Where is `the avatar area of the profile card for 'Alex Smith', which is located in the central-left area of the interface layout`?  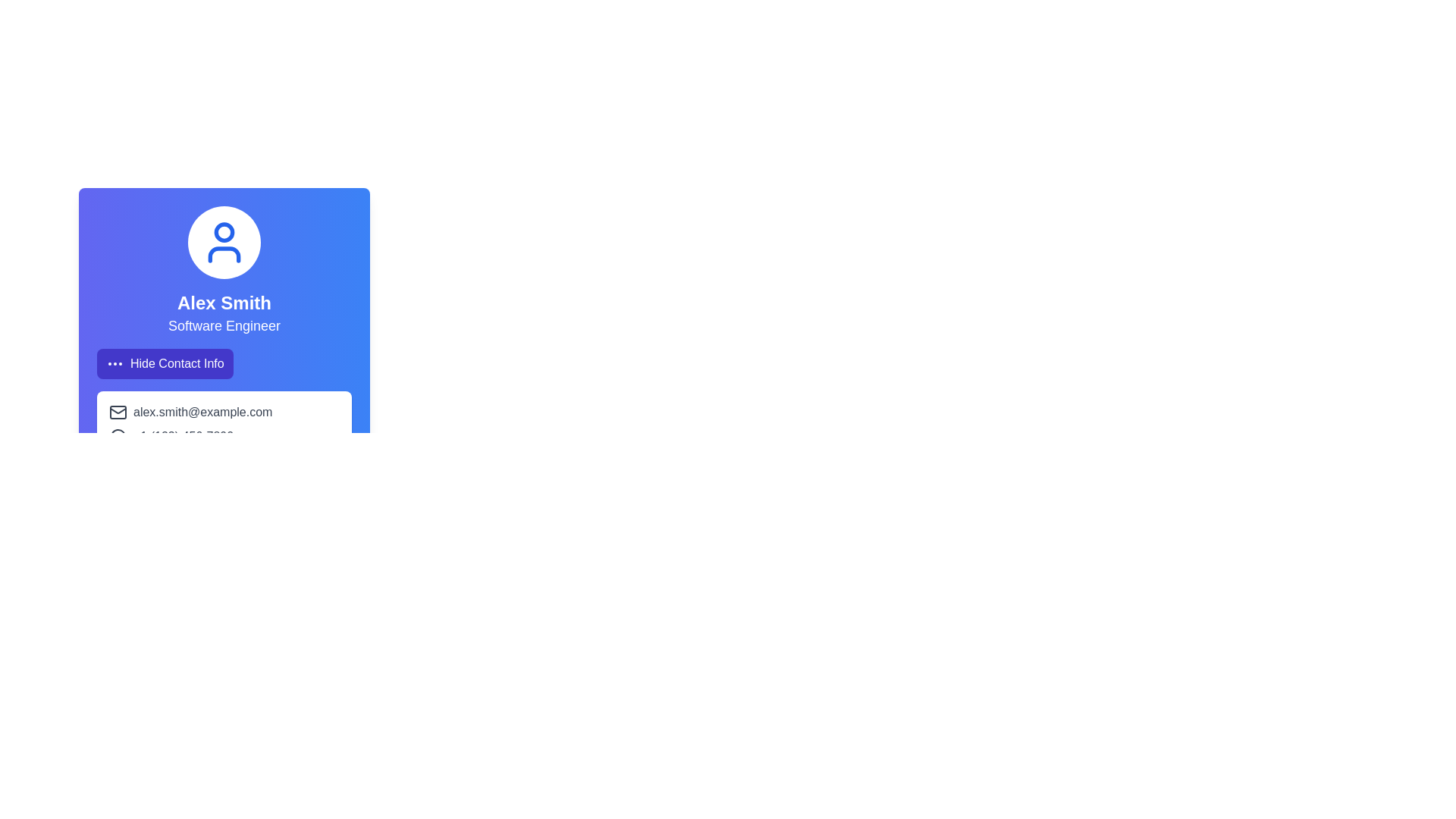 the avatar area of the profile card for 'Alex Smith', which is located in the central-left area of the interface layout is located at coordinates (224, 331).